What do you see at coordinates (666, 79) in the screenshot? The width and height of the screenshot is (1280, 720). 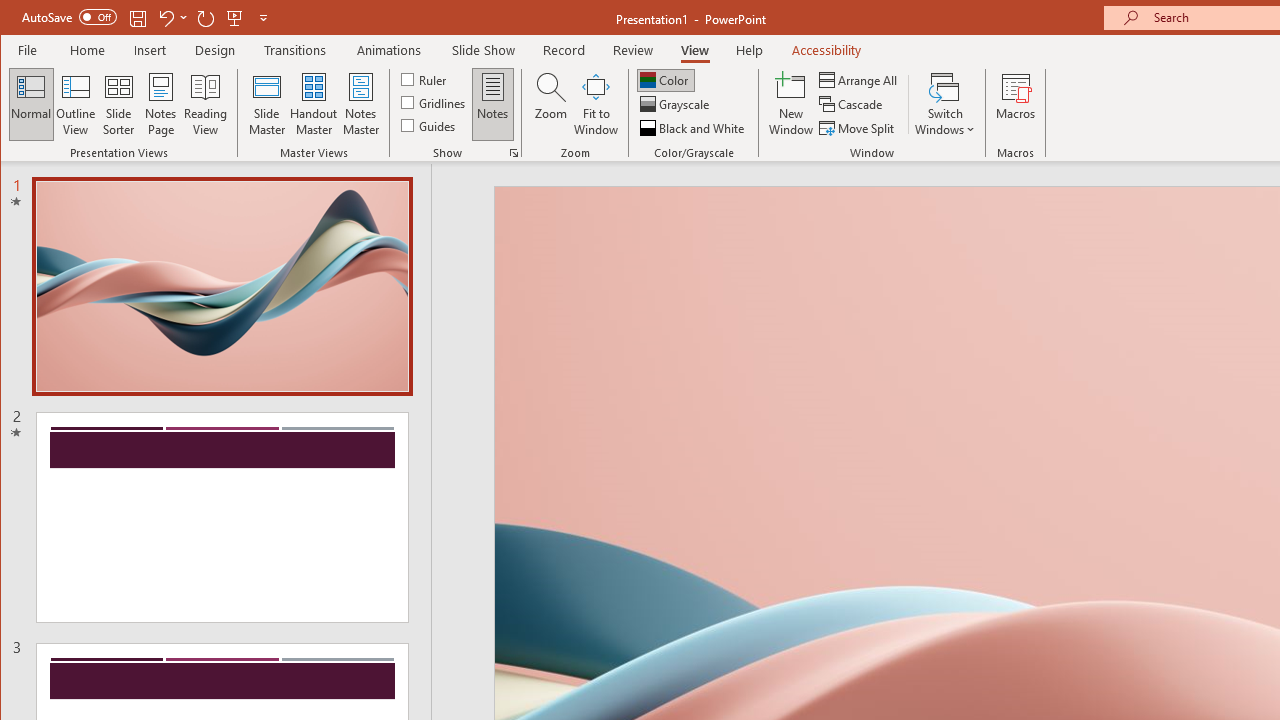 I see `'Color'` at bounding box center [666, 79].